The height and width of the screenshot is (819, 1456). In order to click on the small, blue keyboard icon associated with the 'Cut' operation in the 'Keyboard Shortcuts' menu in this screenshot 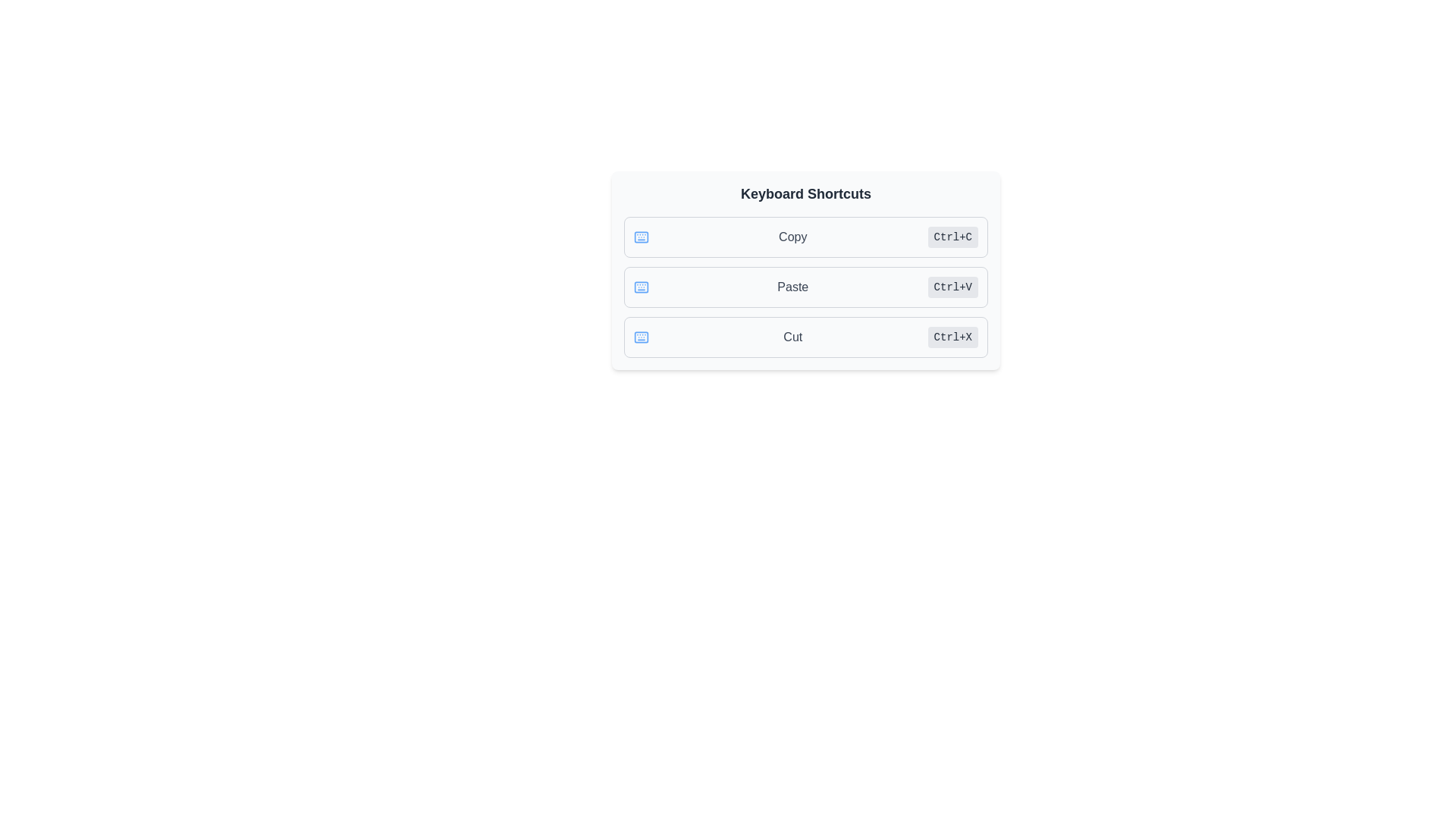, I will do `click(641, 336)`.